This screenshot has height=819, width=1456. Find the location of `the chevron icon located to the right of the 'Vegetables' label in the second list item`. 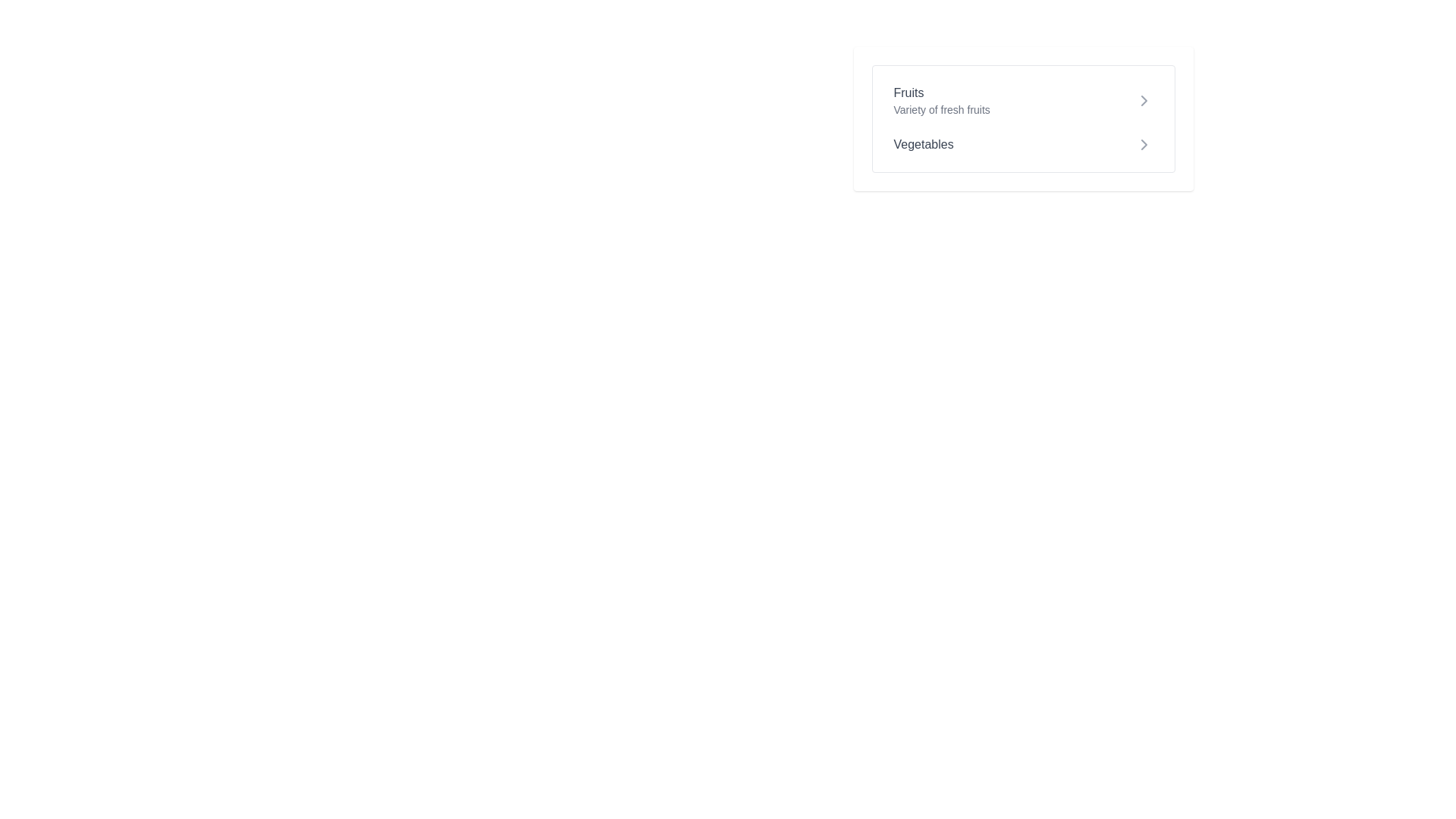

the chevron icon located to the right of the 'Vegetables' label in the second list item is located at coordinates (1144, 145).